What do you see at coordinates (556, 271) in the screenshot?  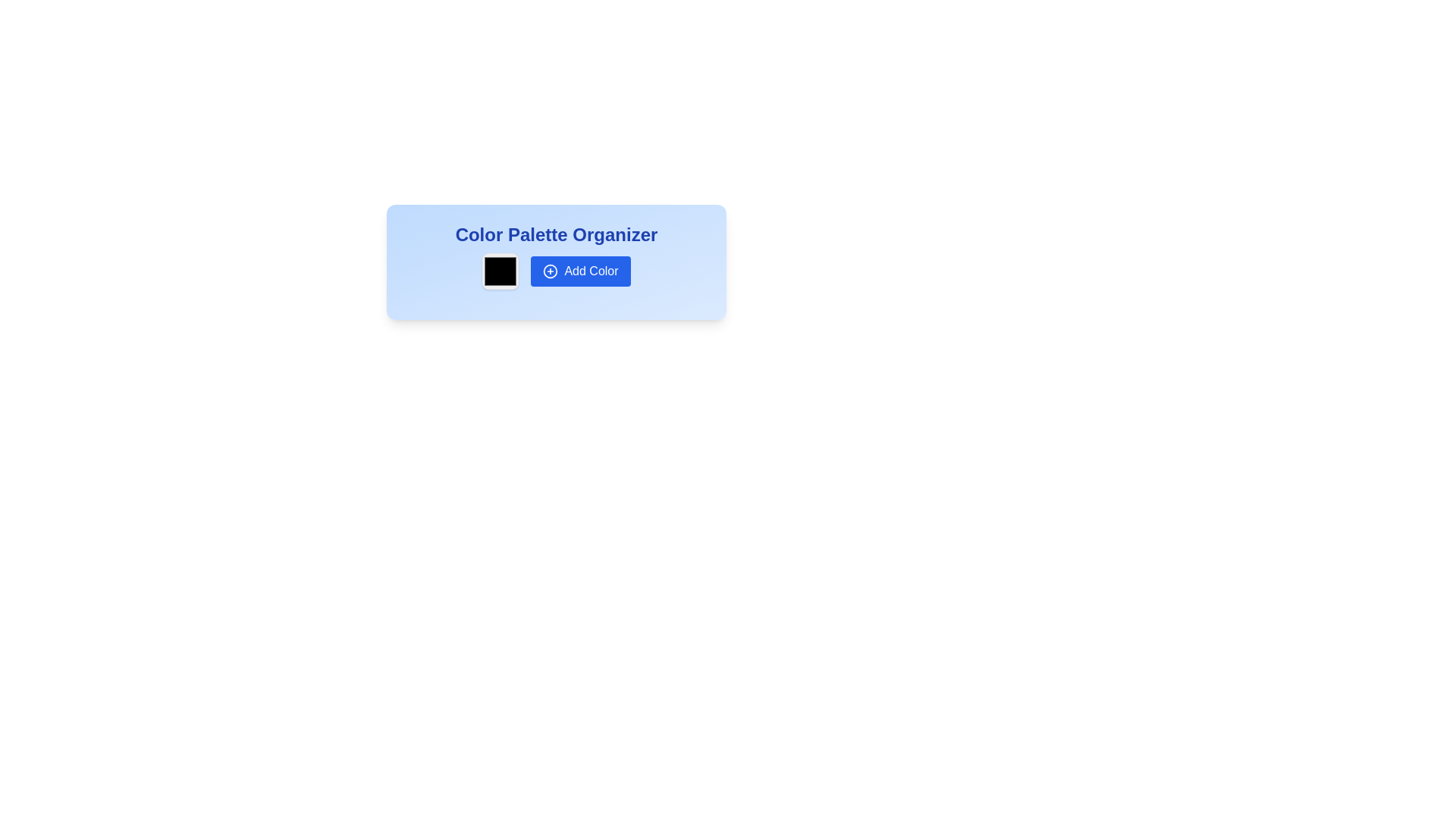 I see `the blue rectangular button labeled 'Add Color' with a plus sign icon` at bounding box center [556, 271].